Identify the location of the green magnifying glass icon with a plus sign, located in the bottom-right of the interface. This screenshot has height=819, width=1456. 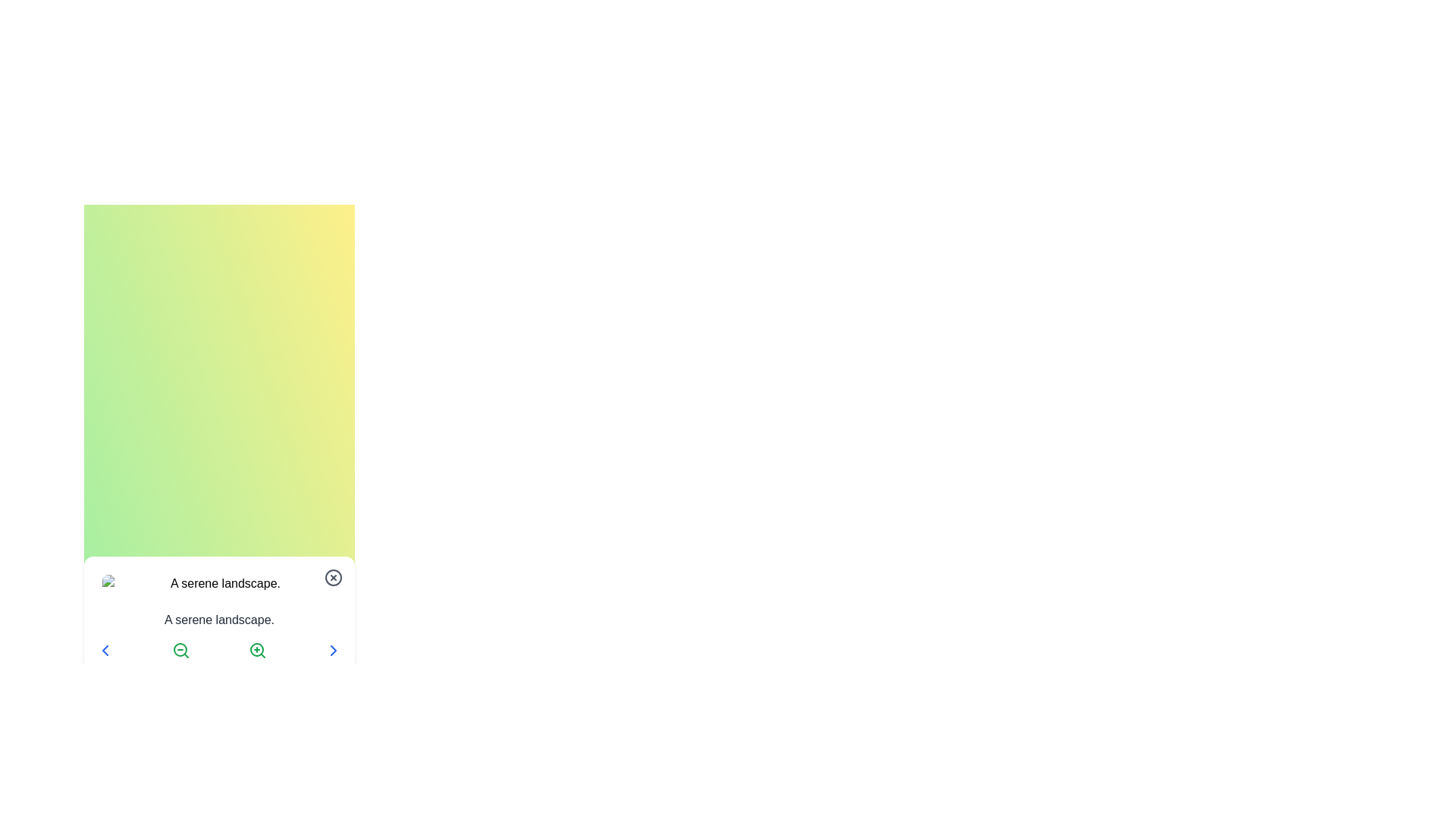
(257, 649).